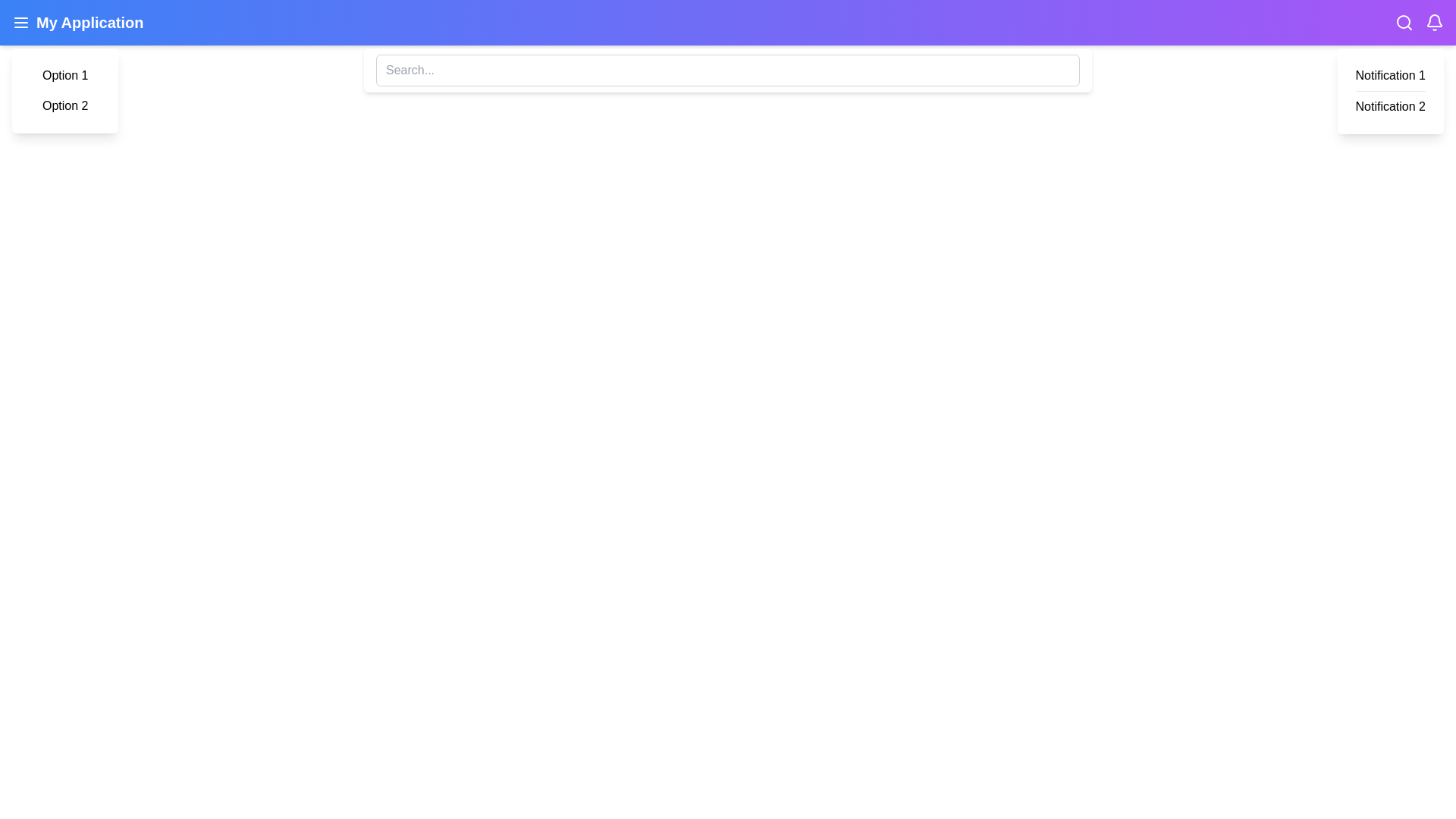 The width and height of the screenshot is (1456, 819). Describe the element at coordinates (1390, 106) in the screenshot. I see `contents of the second notification in the notification list located at the top-right corner of the user interface` at that location.